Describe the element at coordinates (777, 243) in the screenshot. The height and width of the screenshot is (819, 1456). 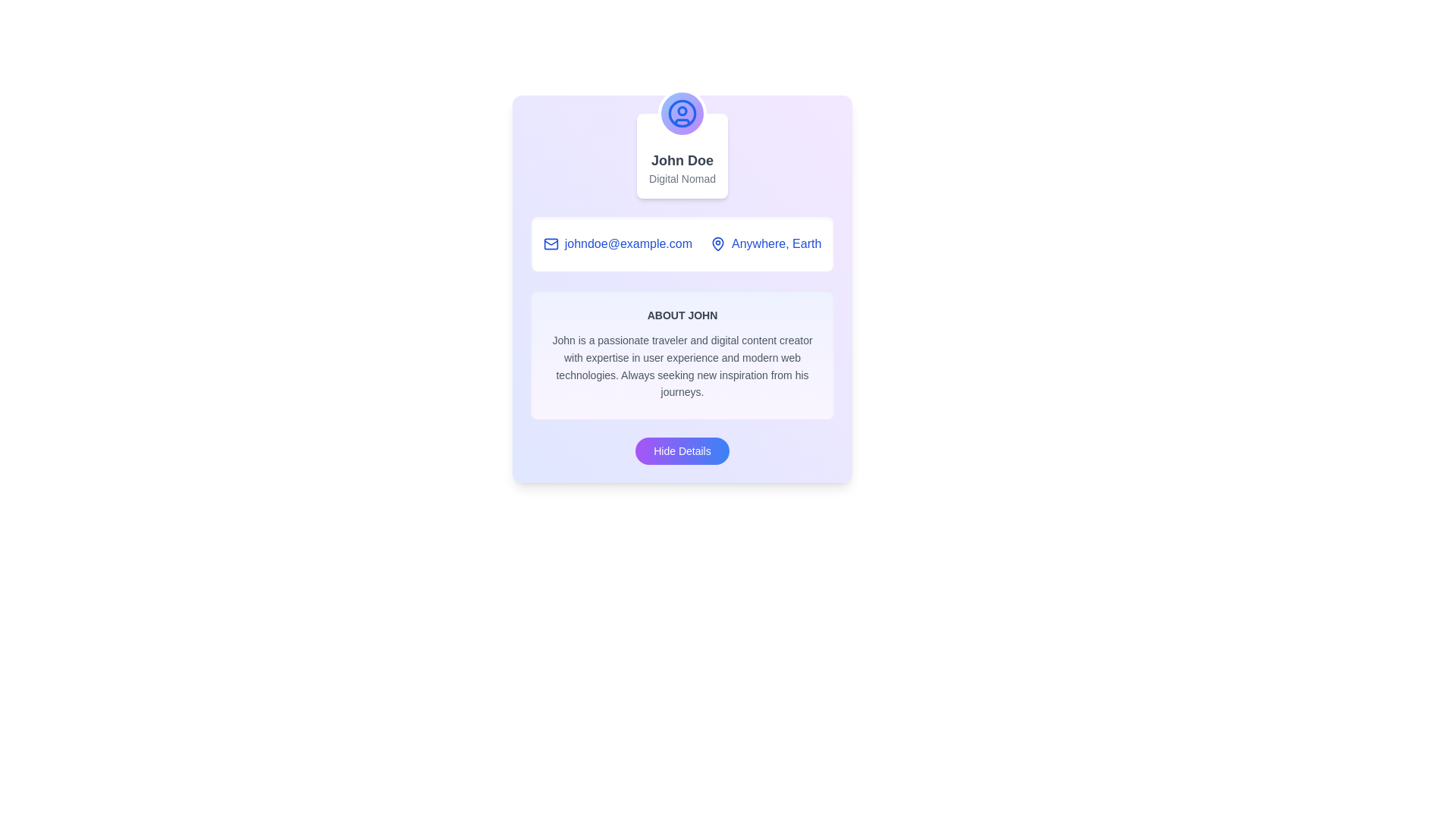
I see `the text label displaying 'Anywhere, Earth' in blue font, located to the right of a map pin icon, within the section for 'John Doe'` at that location.